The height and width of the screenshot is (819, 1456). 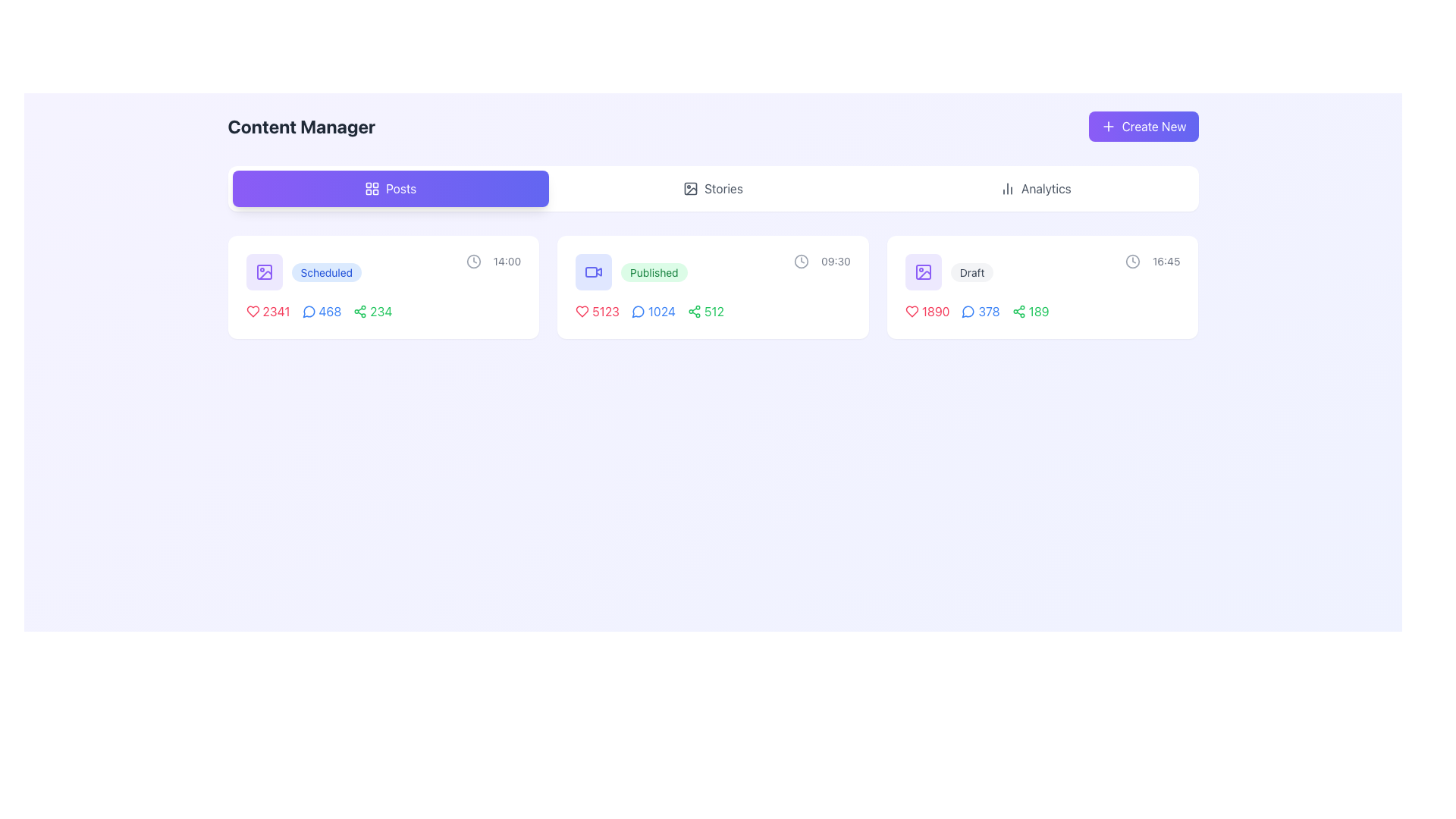 What do you see at coordinates (598, 271) in the screenshot?
I see `the graphical icon located at the top-left of the 'Published' card, which visually represents video content` at bounding box center [598, 271].